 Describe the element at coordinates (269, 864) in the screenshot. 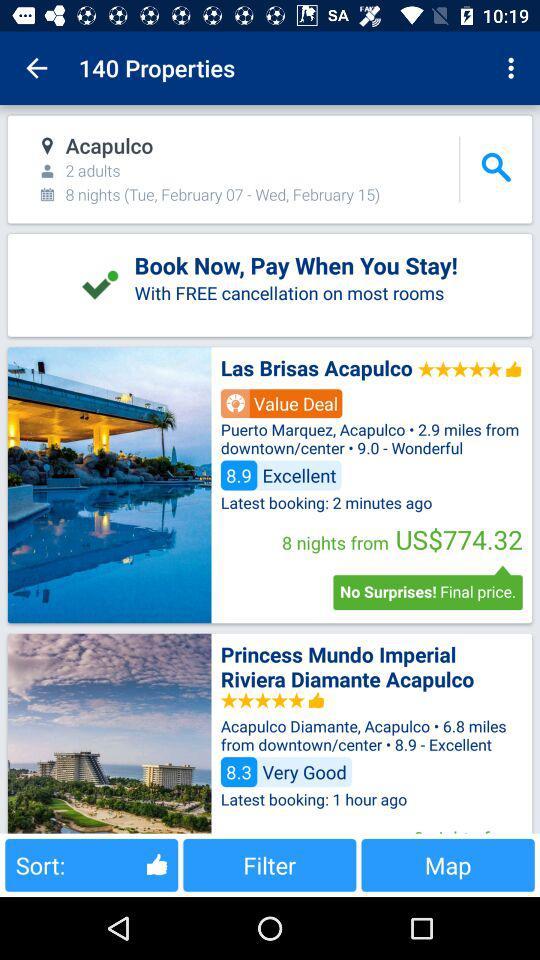

I see `the icon next to the sort:  item` at that location.